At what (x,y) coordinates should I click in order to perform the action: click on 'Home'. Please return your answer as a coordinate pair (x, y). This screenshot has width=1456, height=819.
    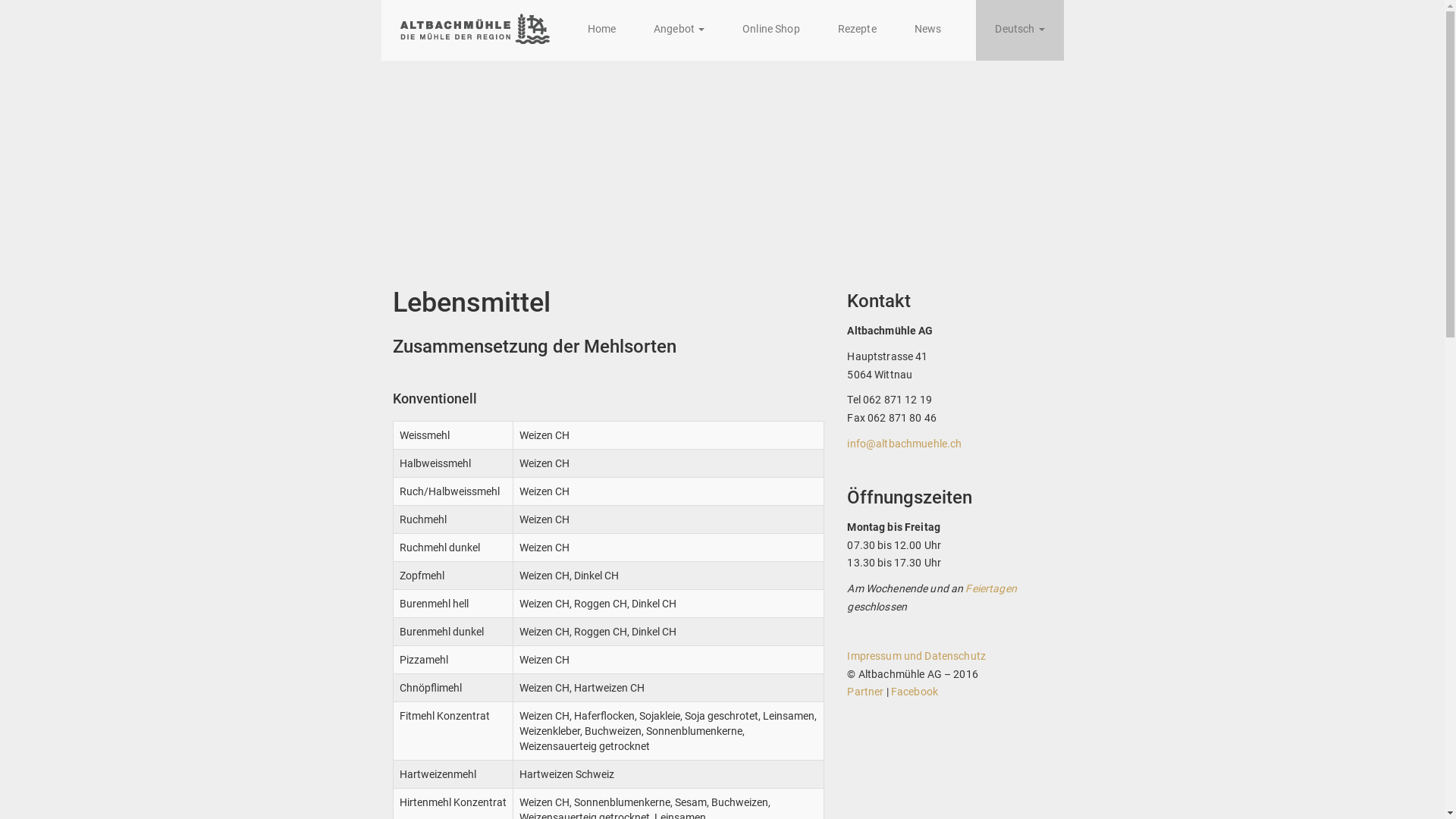
    Looking at the image, I should click on (601, 30).